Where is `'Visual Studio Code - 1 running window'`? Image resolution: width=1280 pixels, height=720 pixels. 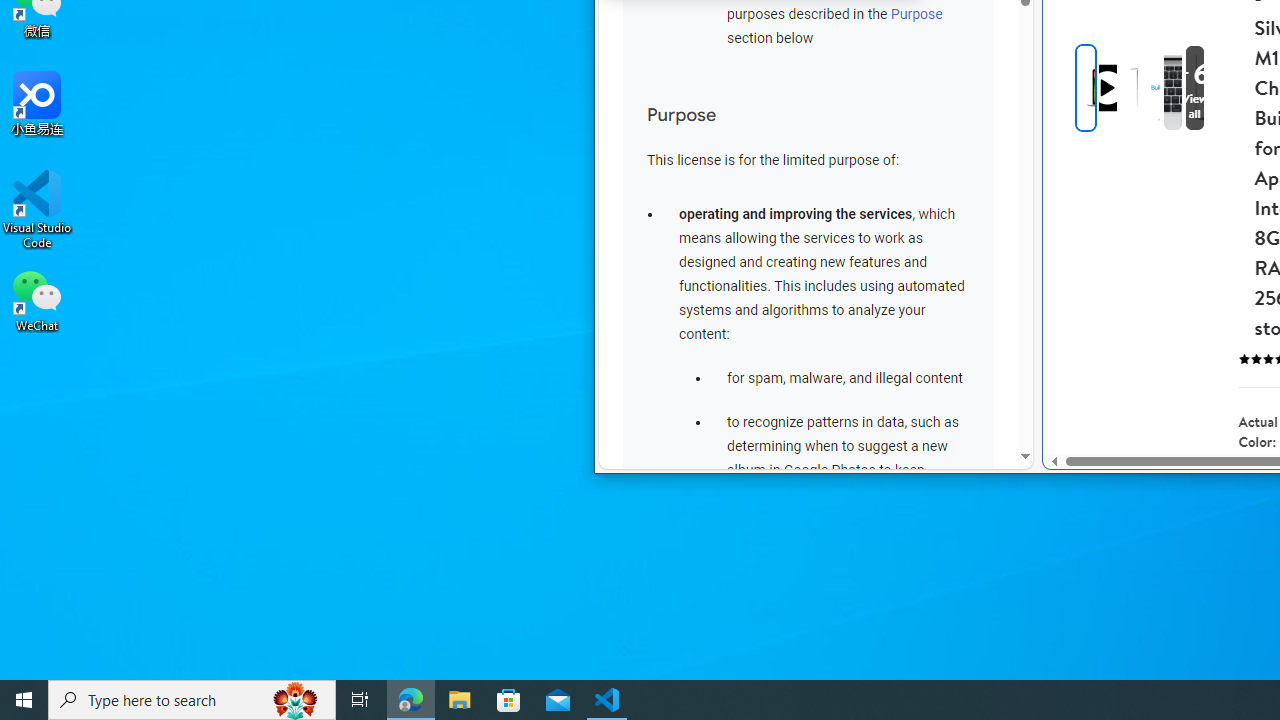
'Visual Studio Code - 1 running window' is located at coordinates (606, 698).